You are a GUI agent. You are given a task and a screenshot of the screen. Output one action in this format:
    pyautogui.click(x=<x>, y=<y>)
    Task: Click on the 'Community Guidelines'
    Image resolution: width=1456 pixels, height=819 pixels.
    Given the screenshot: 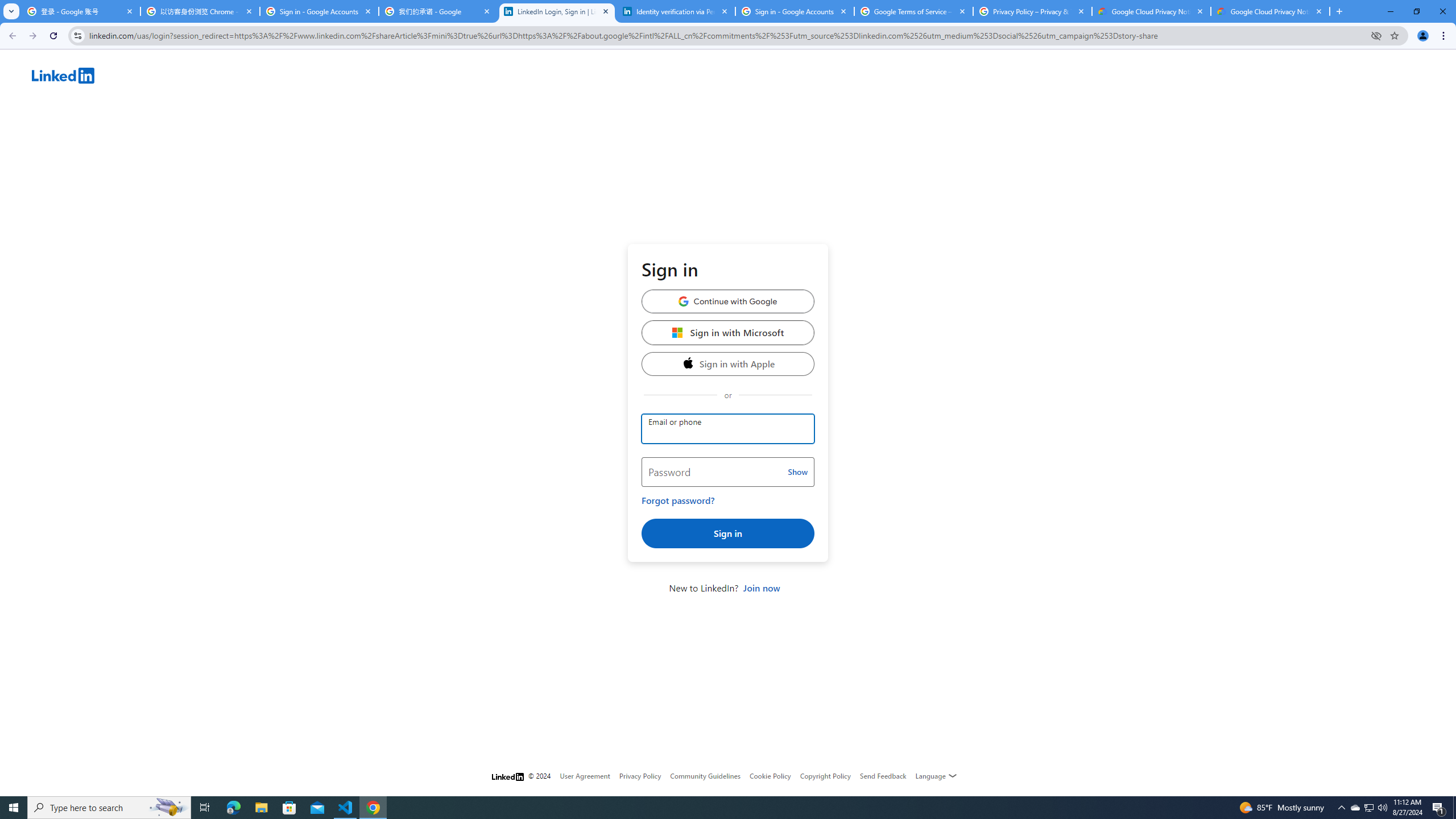 What is the action you would take?
    pyautogui.click(x=705, y=775)
    